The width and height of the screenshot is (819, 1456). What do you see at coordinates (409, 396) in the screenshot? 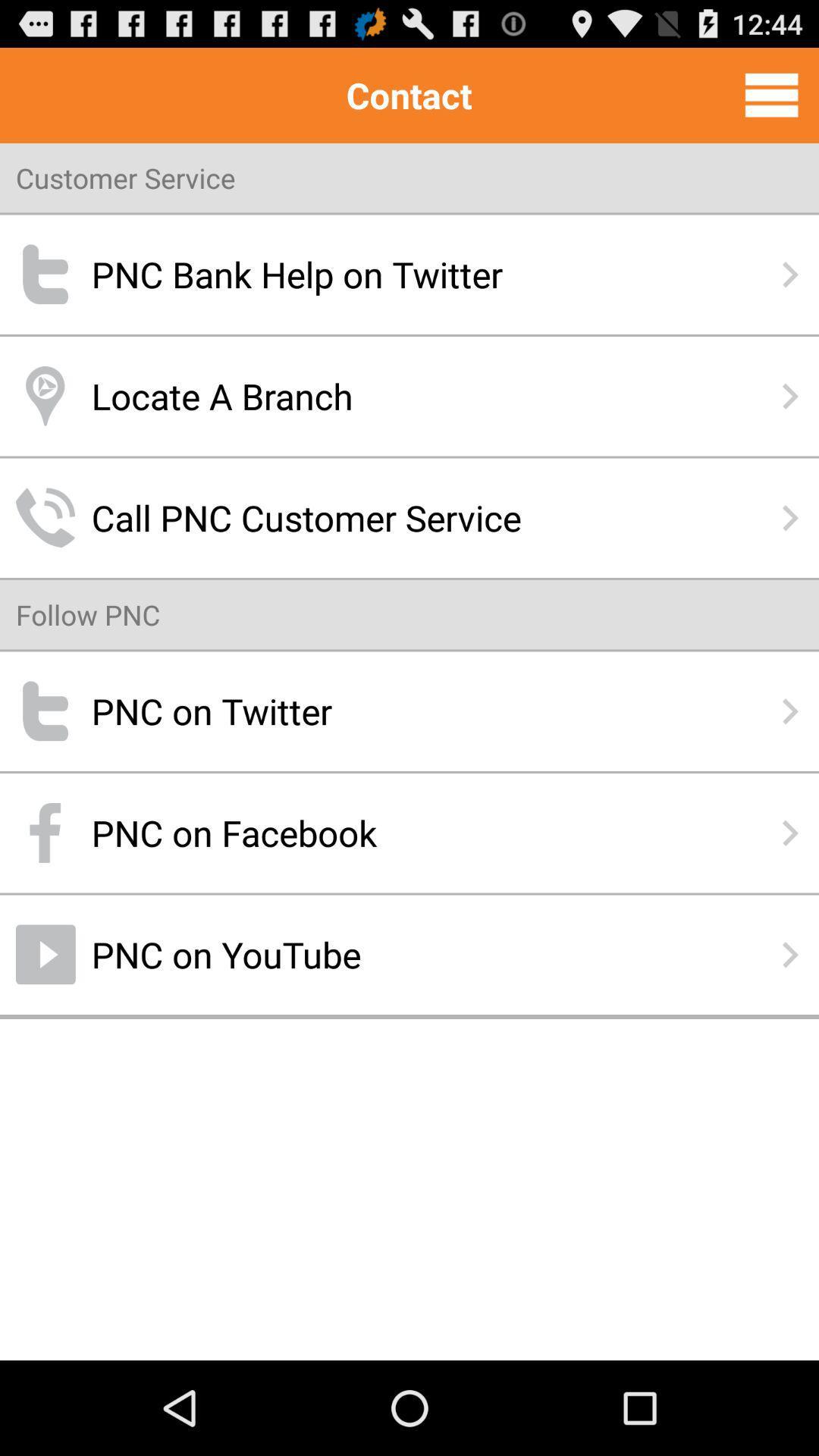
I see `locate a branch item` at bounding box center [409, 396].